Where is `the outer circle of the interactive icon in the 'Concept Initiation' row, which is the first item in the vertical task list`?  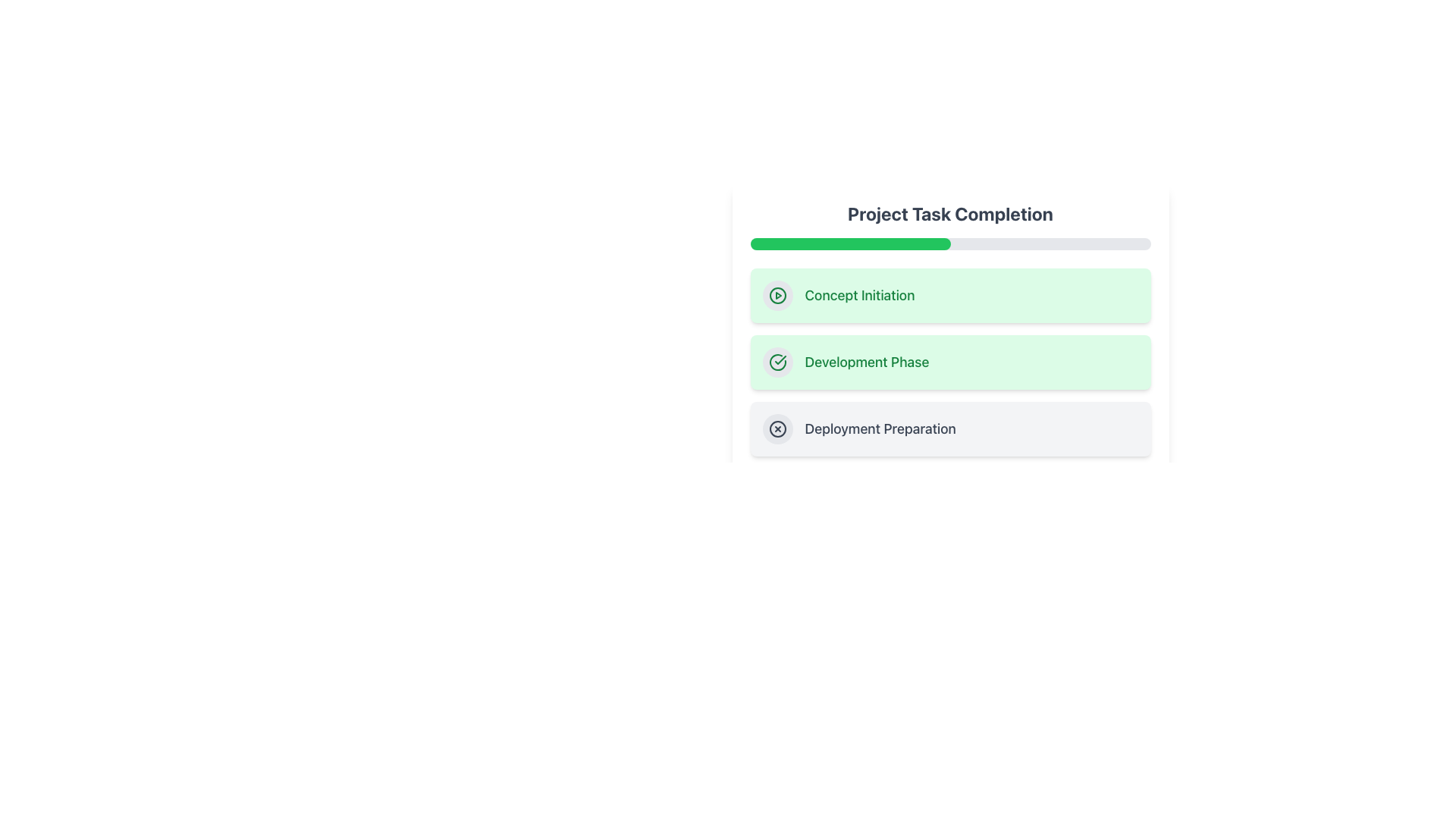
the outer circle of the interactive icon in the 'Concept Initiation' row, which is the first item in the vertical task list is located at coordinates (777, 295).